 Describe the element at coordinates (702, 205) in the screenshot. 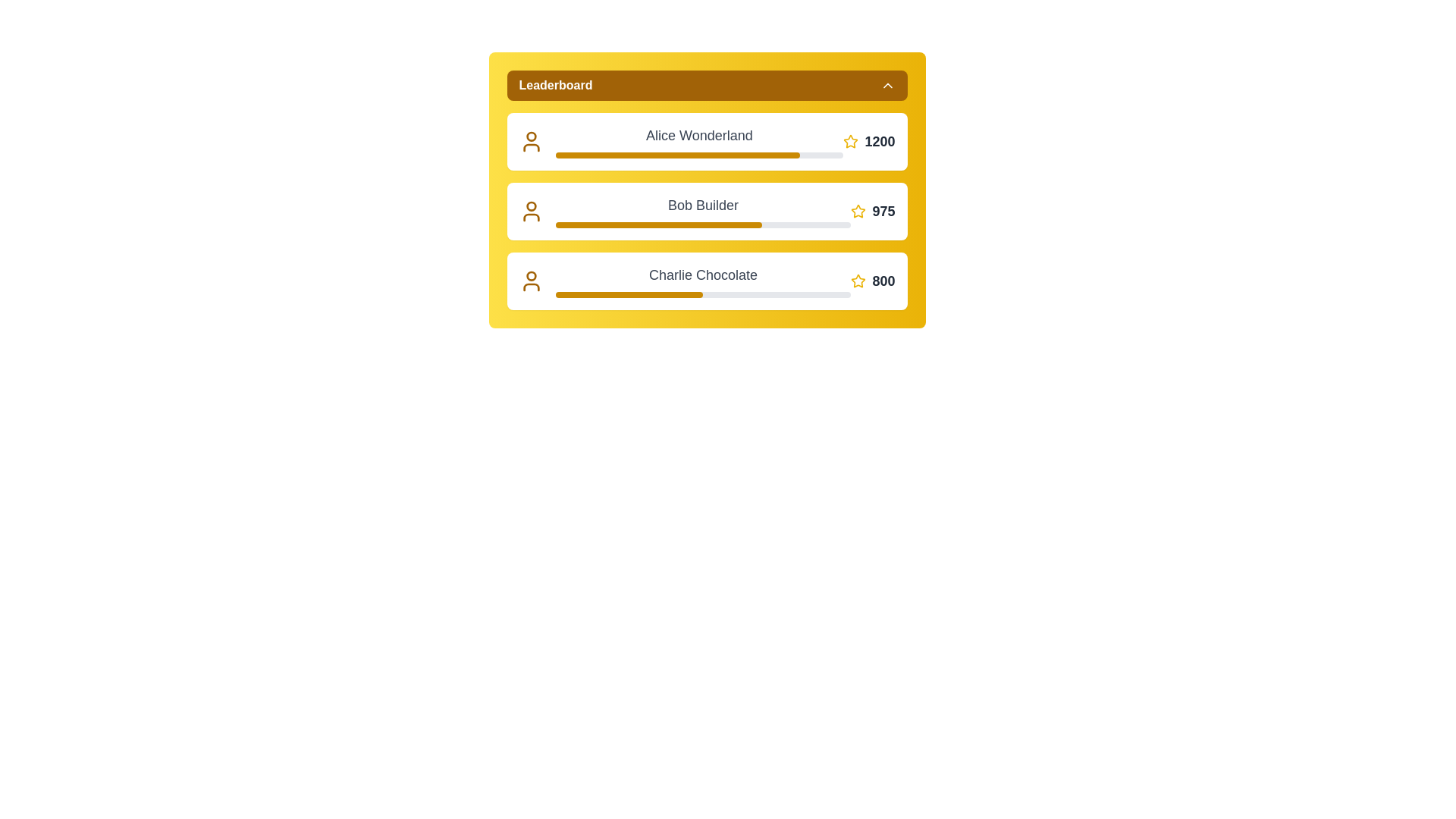

I see `text label displaying 'Bob Builder' in the leaderboard panel, which is located below 'Alice Wonderland' and above 'Charlie Chocolate'` at that location.